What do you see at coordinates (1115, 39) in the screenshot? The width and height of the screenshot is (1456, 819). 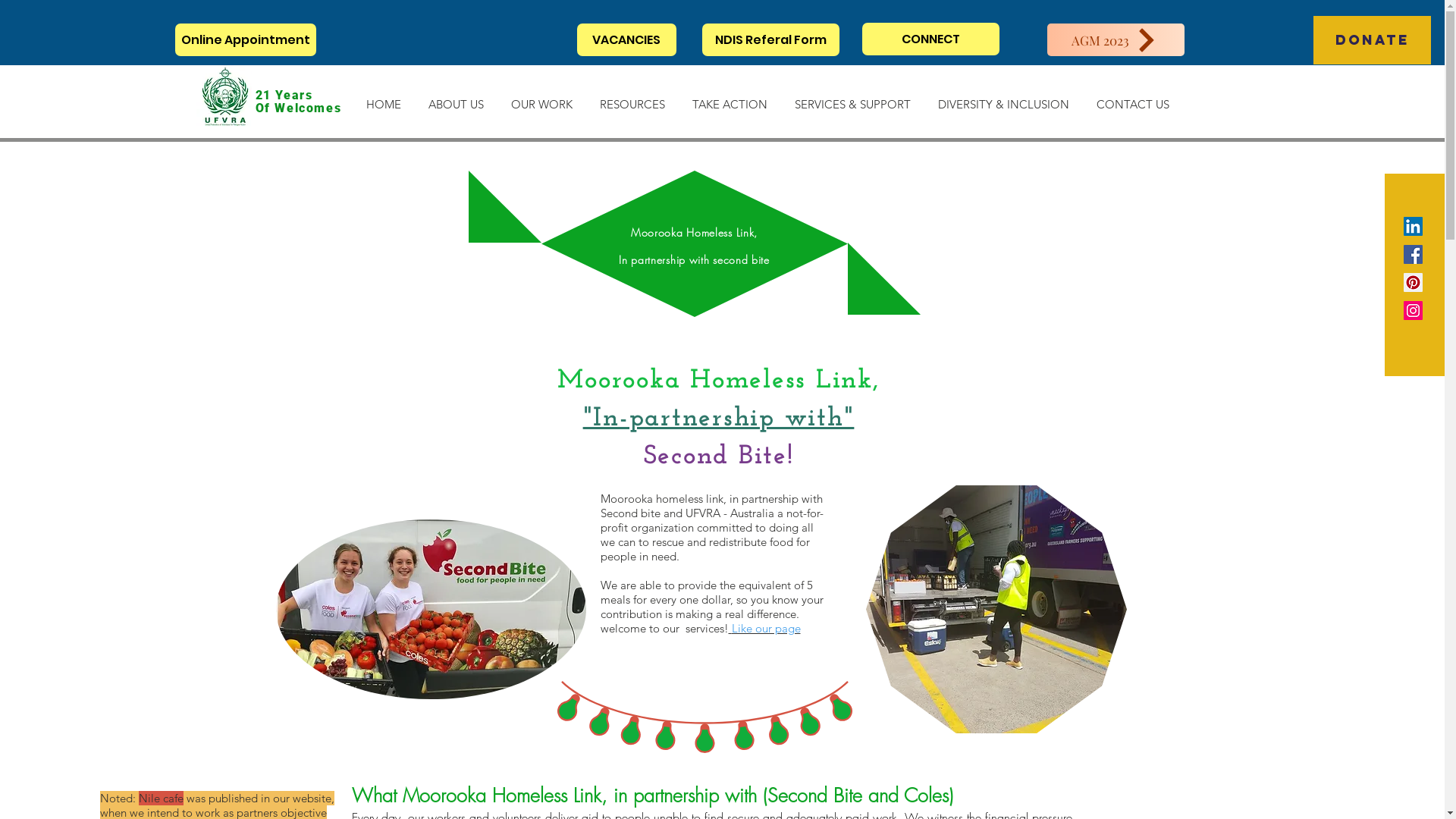 I see `'AGM 2023'` at bounding box center [1115, 39].